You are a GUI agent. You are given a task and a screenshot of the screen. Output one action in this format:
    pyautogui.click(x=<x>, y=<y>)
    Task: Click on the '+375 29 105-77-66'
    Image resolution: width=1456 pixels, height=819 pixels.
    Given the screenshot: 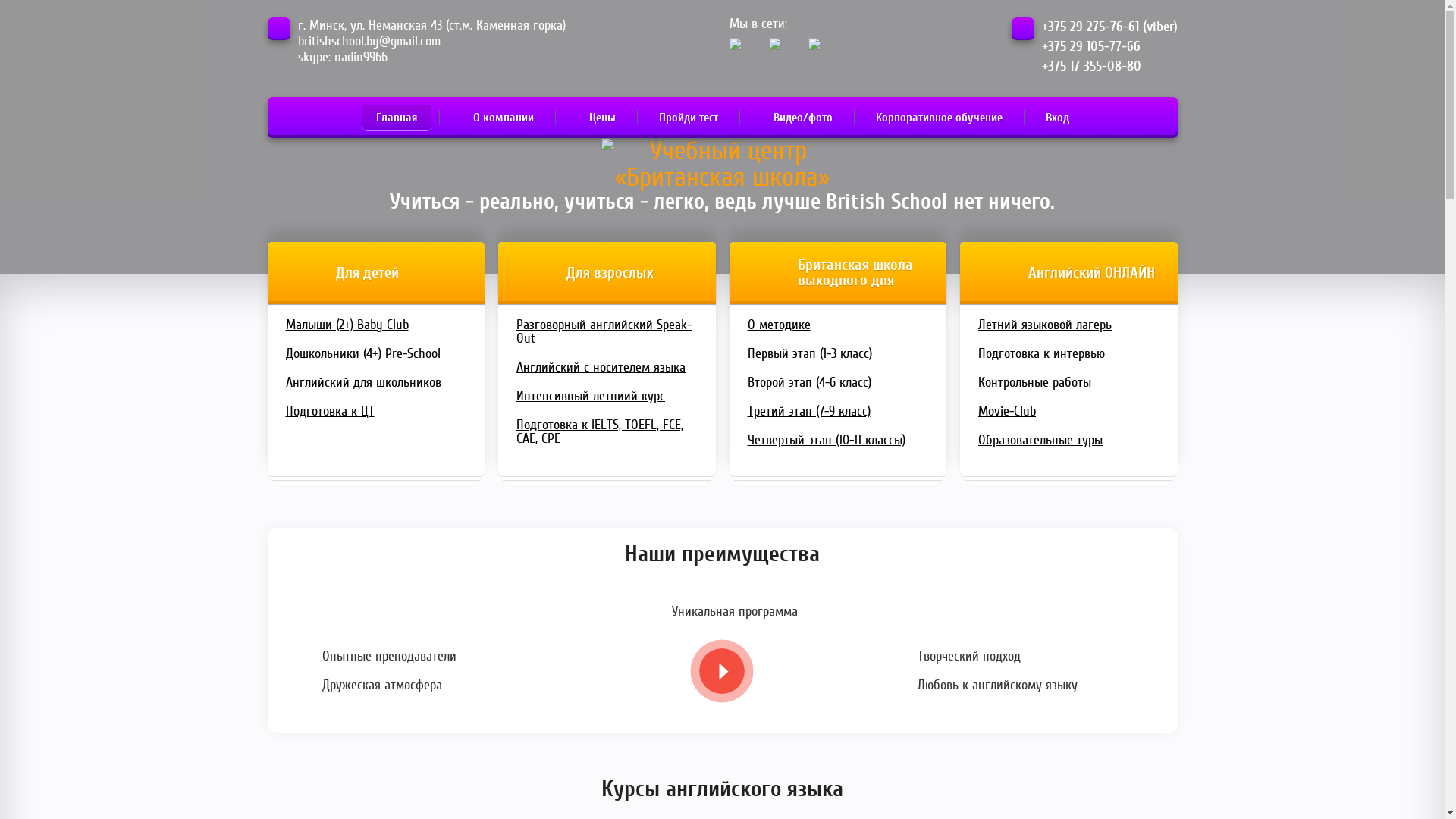 What is the action you would take?
    pyautogui.click(x=1090, y=45)
    